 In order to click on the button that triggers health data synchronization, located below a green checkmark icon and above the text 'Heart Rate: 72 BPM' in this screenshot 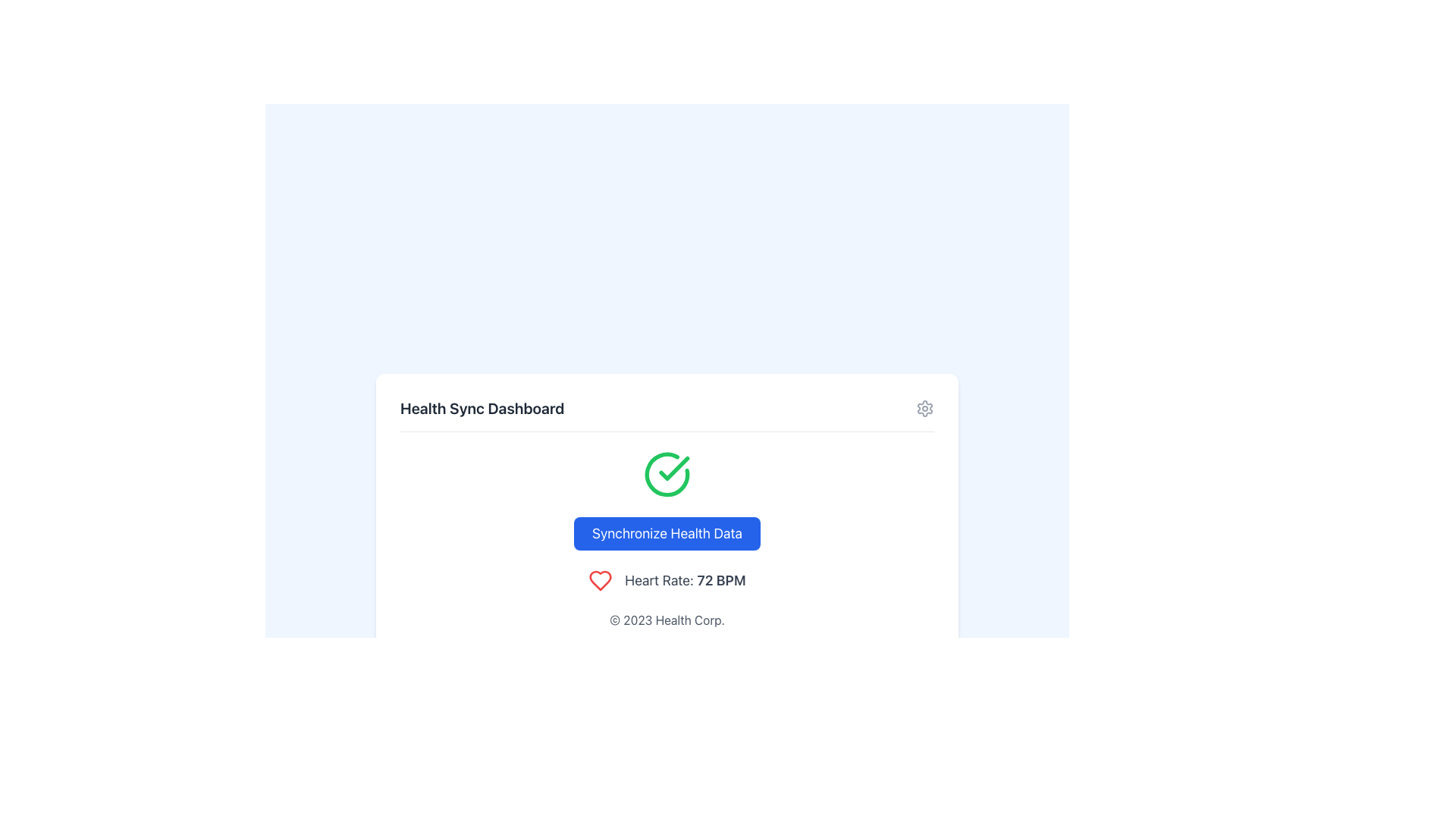, I will do `click(667, 532)`.